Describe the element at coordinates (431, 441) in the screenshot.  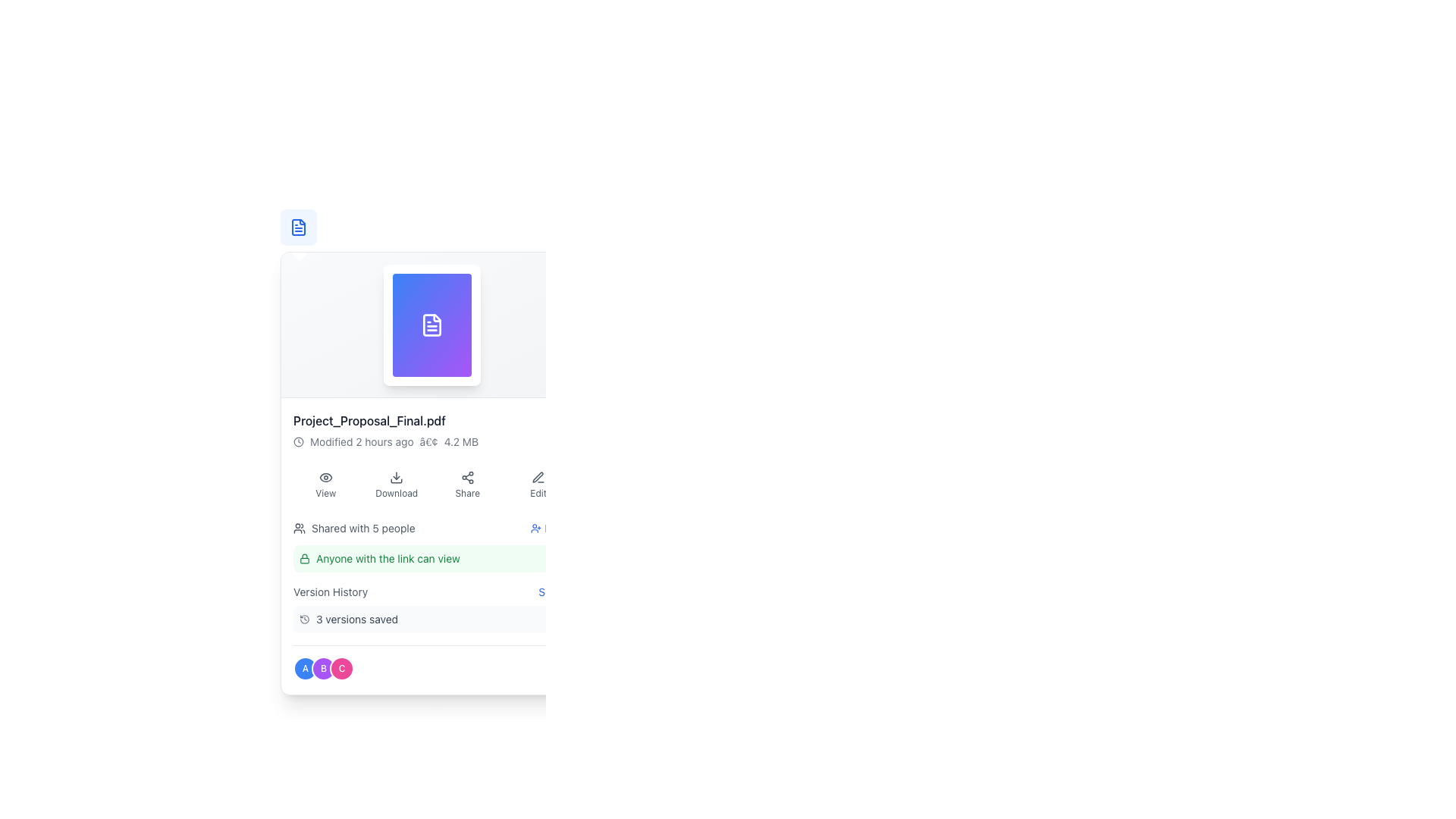
I see `Metadata display text located below 'Project_Proposal_Final.pdf', which shows modification details and file size` at that location.